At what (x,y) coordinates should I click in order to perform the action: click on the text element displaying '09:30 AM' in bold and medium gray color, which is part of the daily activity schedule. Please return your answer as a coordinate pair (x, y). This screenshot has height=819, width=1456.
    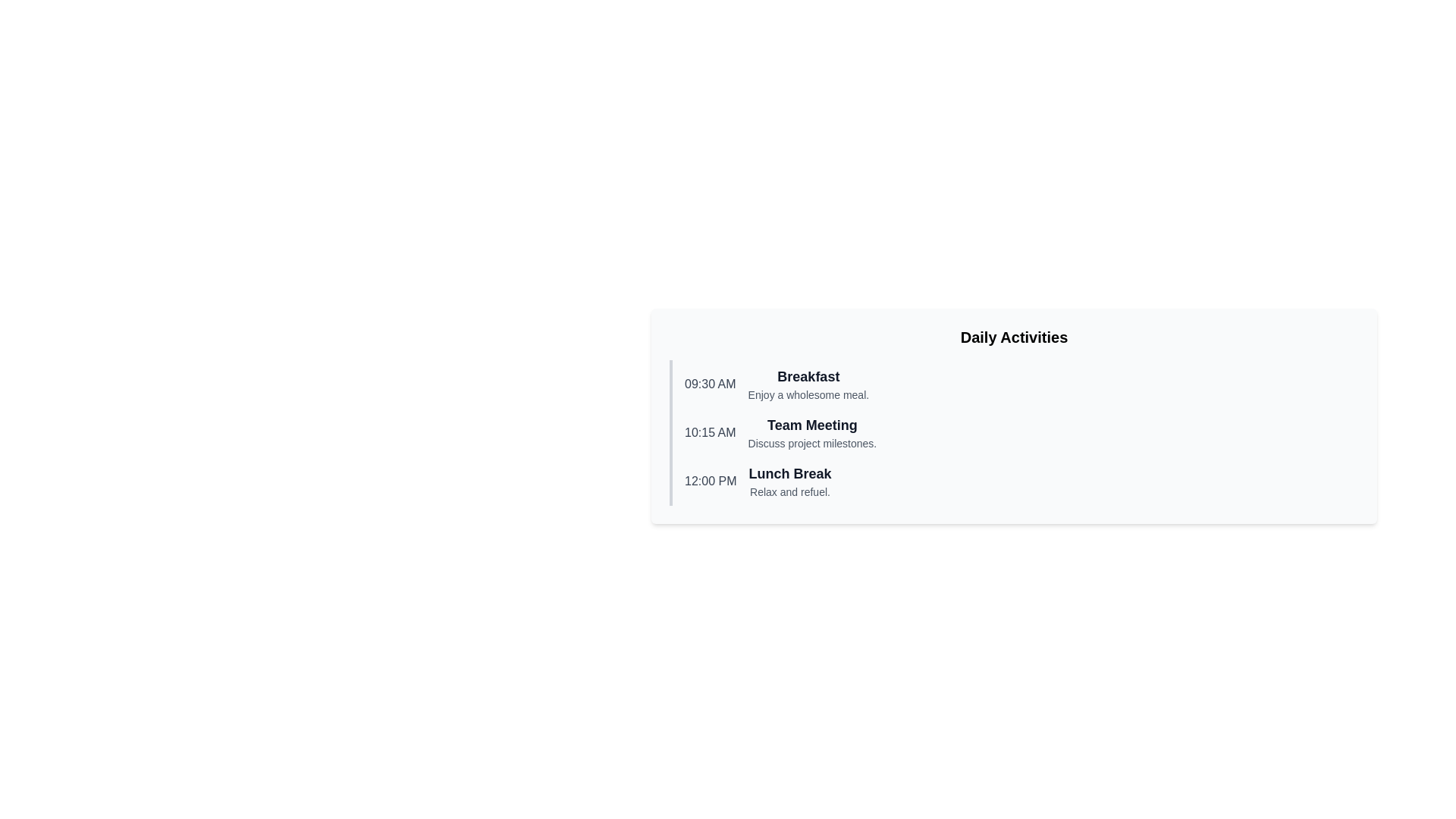
    Looking at the image, I should click on (709, 383).